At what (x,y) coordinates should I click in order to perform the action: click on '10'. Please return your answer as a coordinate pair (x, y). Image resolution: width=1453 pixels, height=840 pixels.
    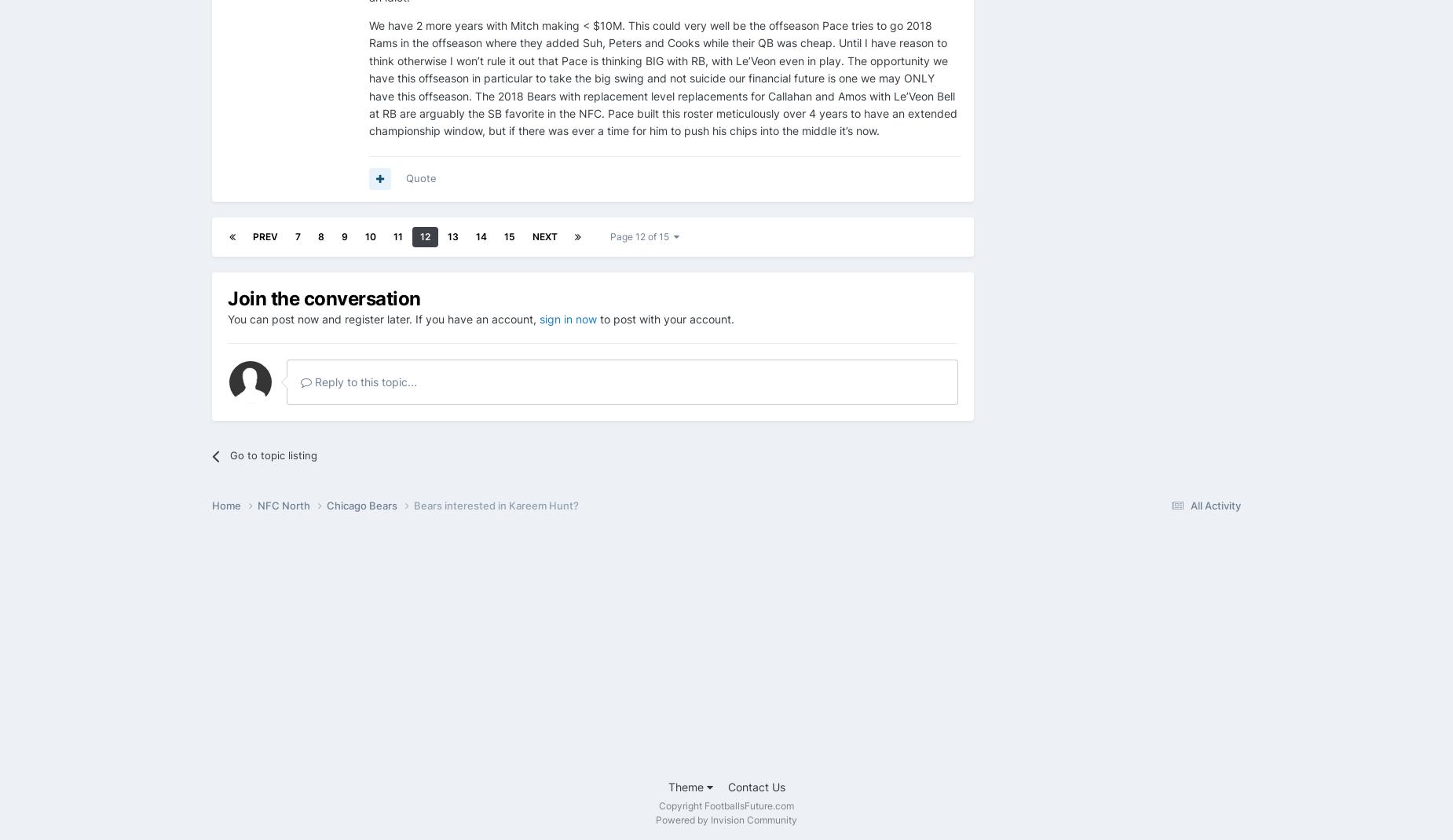
    Looking at the image, I should click on (365, 236).